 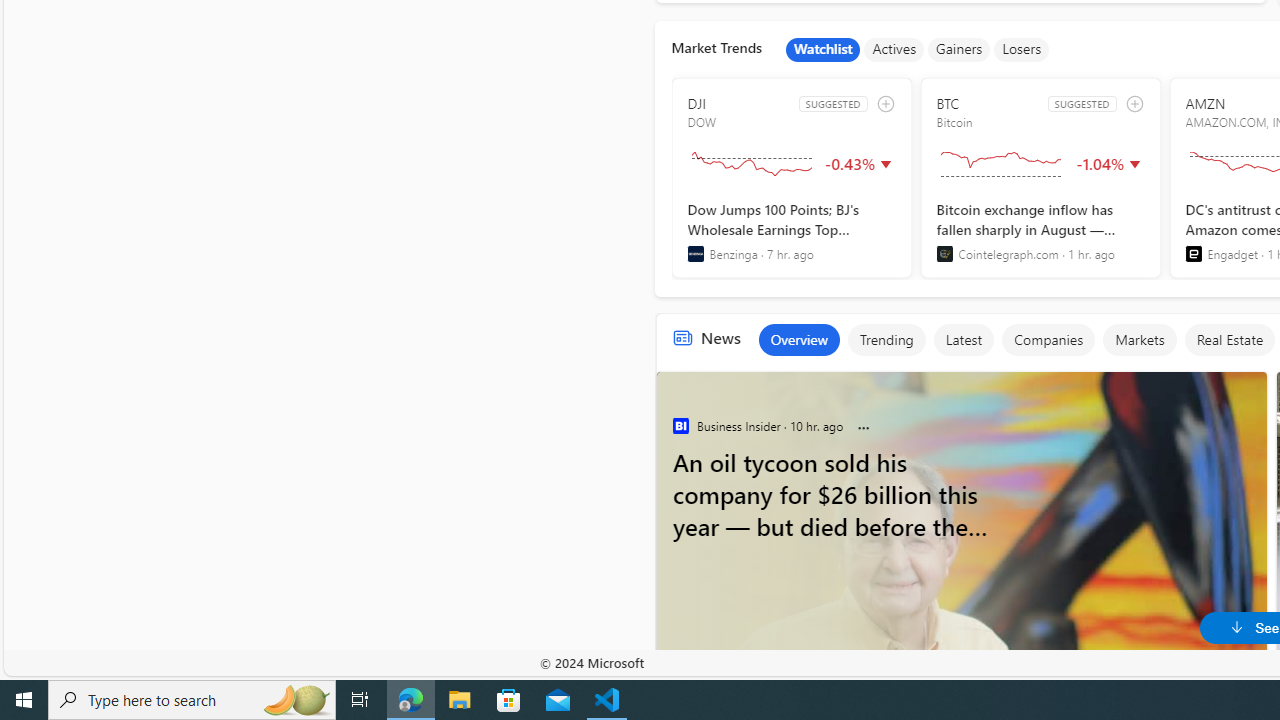 What do you see at coordinates (1134, 104) in the screenshot?
I see `'add to watchlist'` at bounding box center [1134, 104].